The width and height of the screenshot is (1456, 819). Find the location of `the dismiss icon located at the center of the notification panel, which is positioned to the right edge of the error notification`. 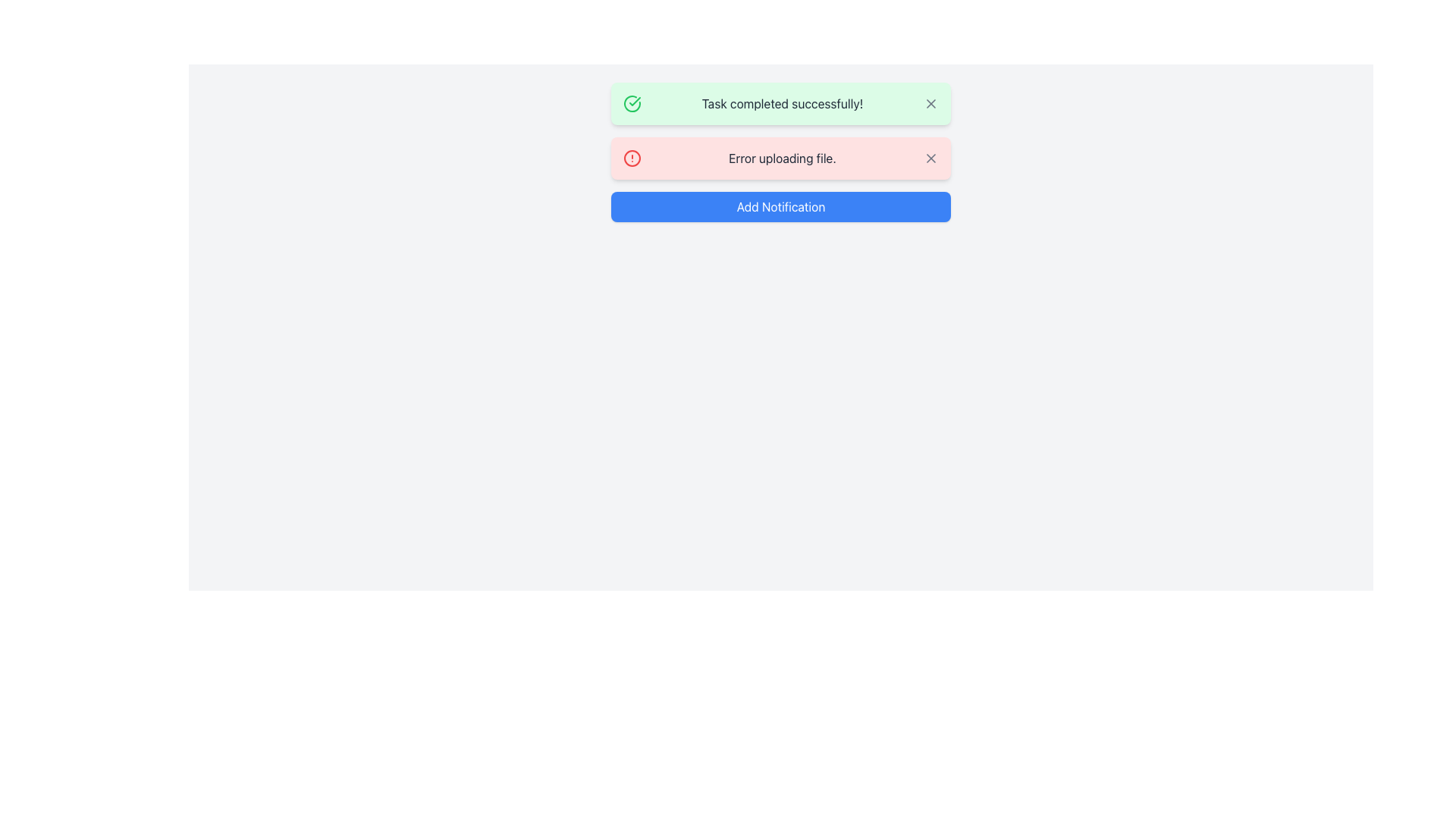

the dismiss icon located at the center of the notification panel, which is positioned to the right edge of the error notification is located at coordinates (930, 158).